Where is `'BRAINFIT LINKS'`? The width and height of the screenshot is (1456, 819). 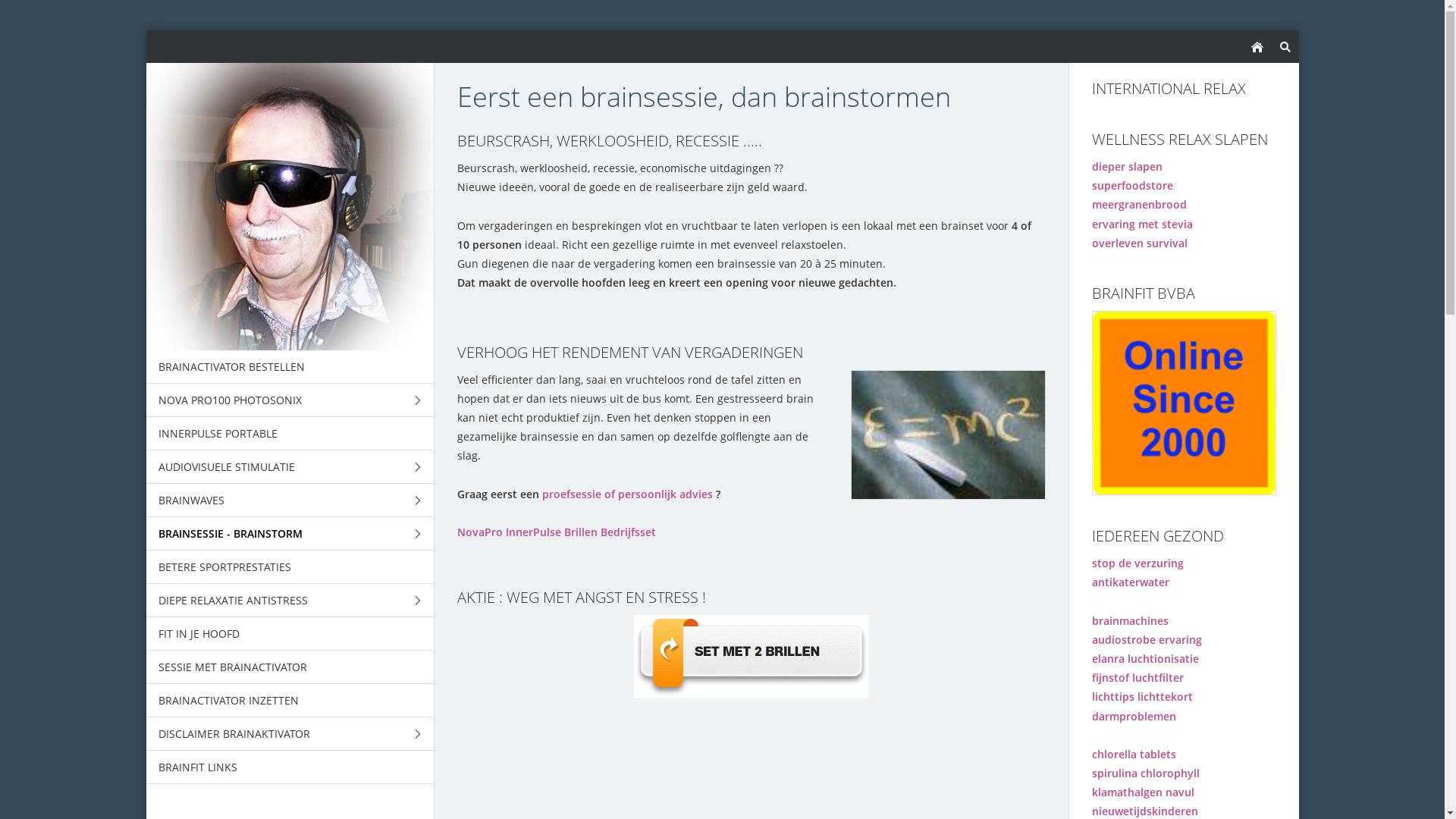 'BRAINFIT LINKS' is located at coordinates (289, 767).